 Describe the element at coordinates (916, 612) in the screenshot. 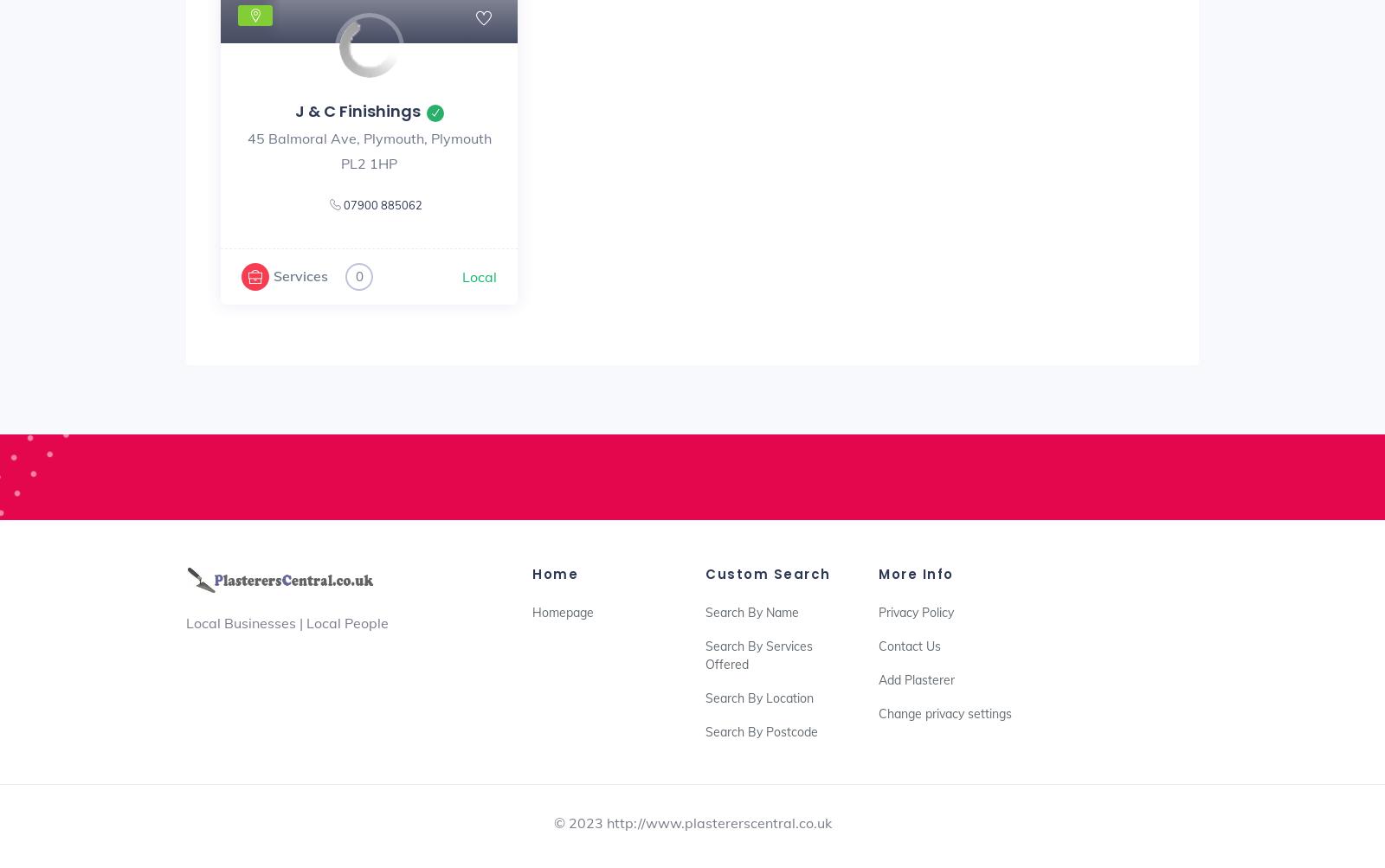

I see `'Privacy Policy'` at that location.